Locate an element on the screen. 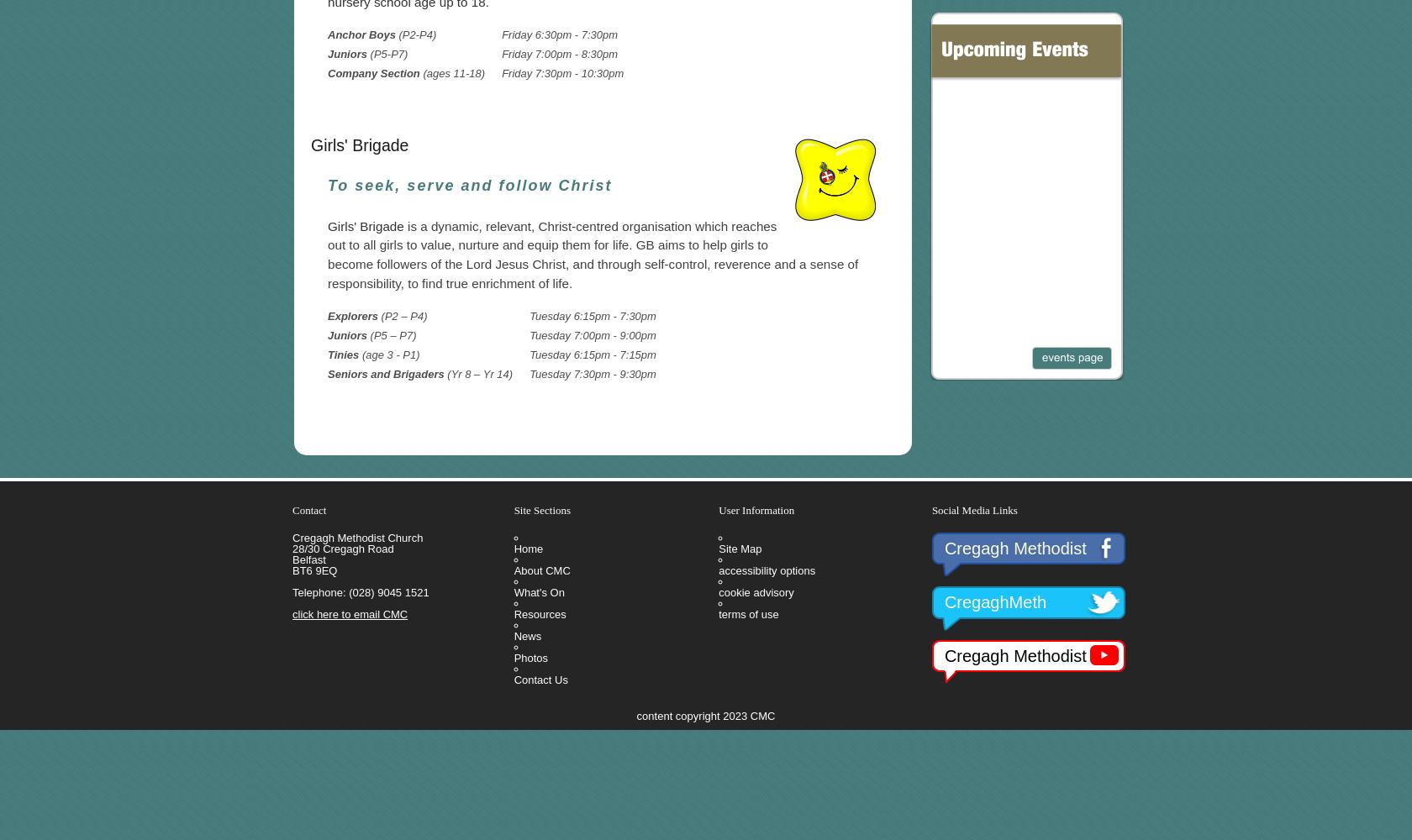 The image size is (1412, 840). 'Tuesday 6:15pm - 7:15pm' is located at coordinates (592, 354).